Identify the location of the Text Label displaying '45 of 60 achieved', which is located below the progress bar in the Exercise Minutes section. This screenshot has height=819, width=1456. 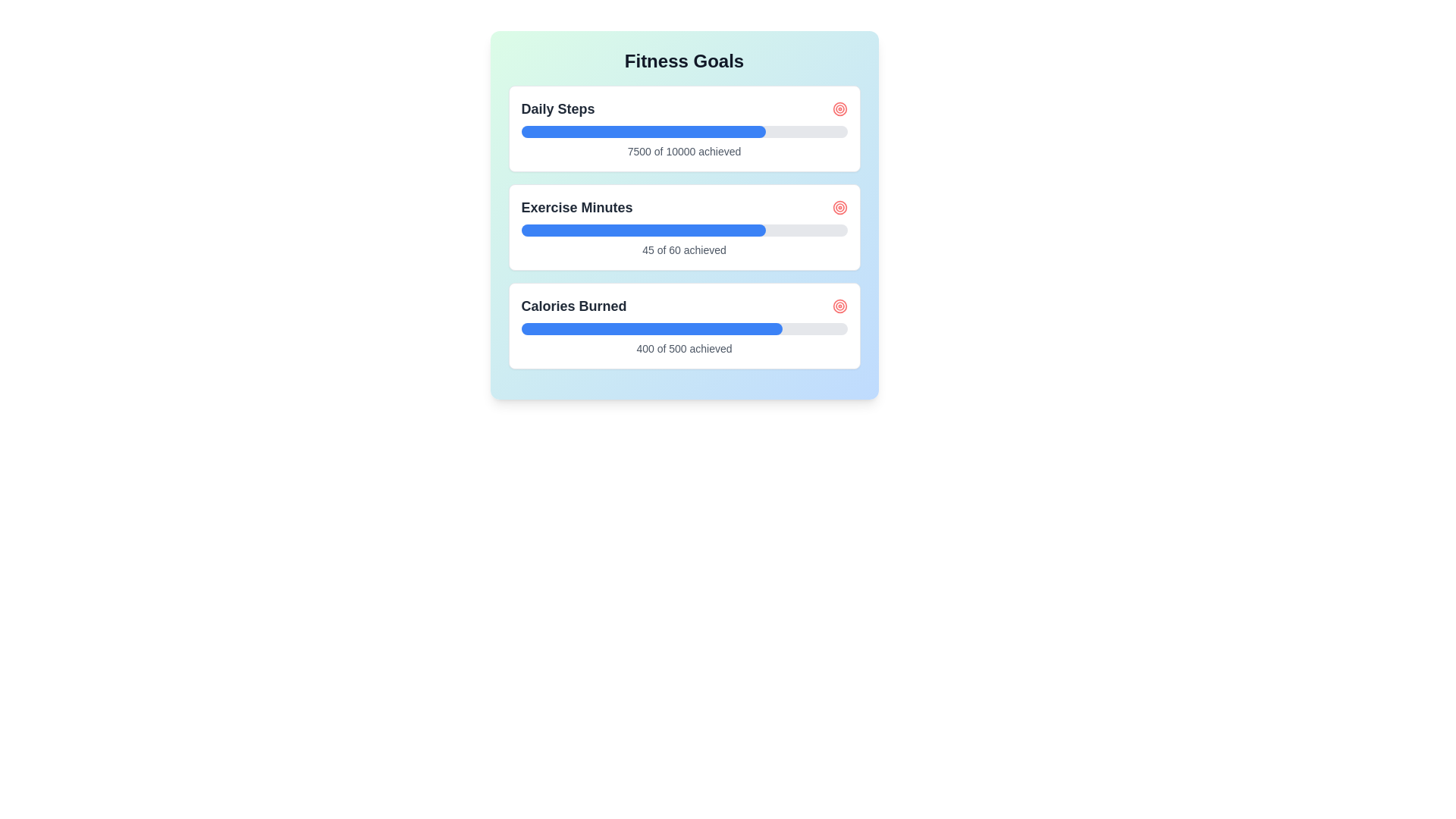
(683, 249).